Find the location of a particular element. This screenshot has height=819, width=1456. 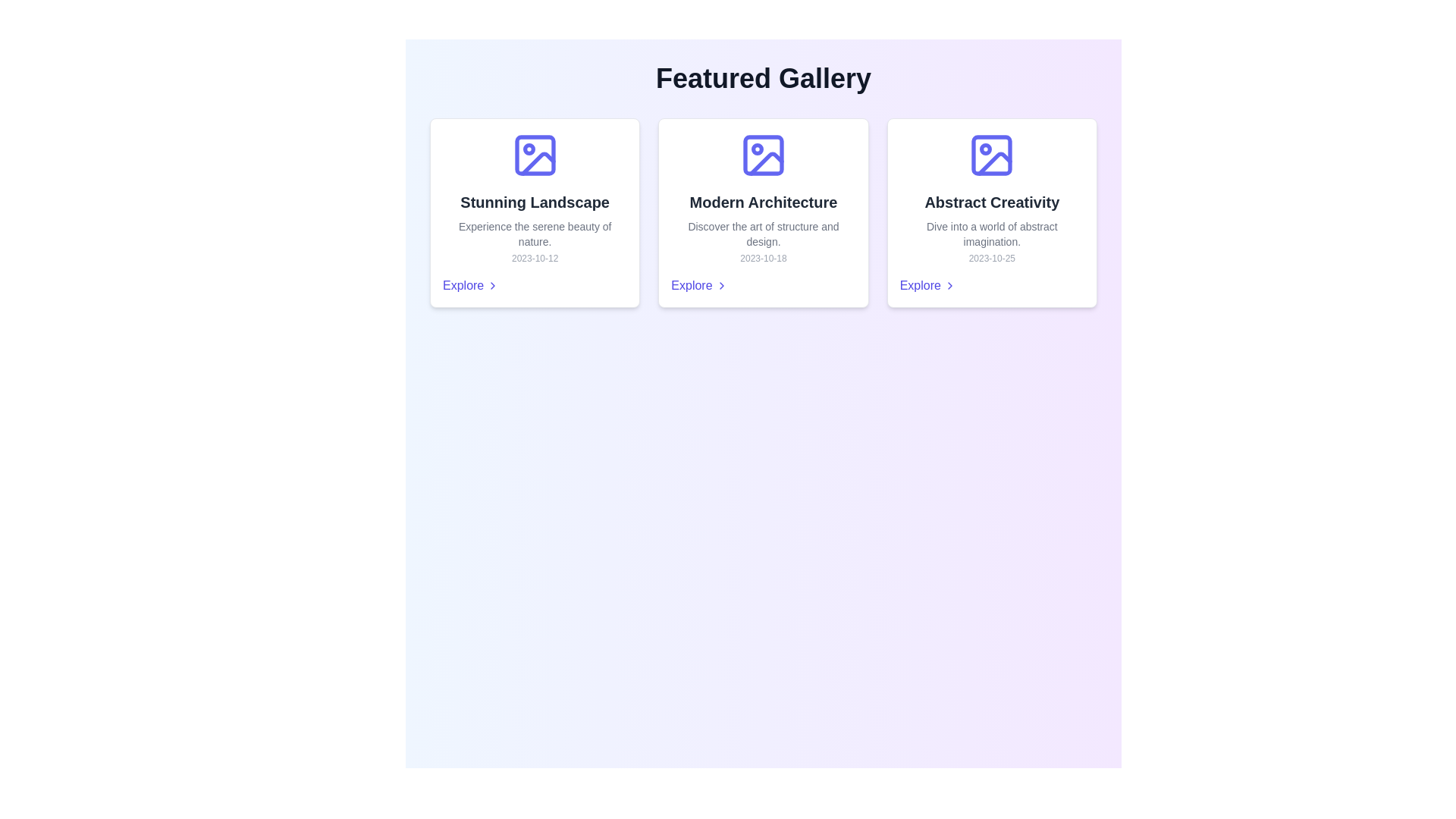

the first Card Component in the Featured Gallery section is located at coordinates (535, 213).